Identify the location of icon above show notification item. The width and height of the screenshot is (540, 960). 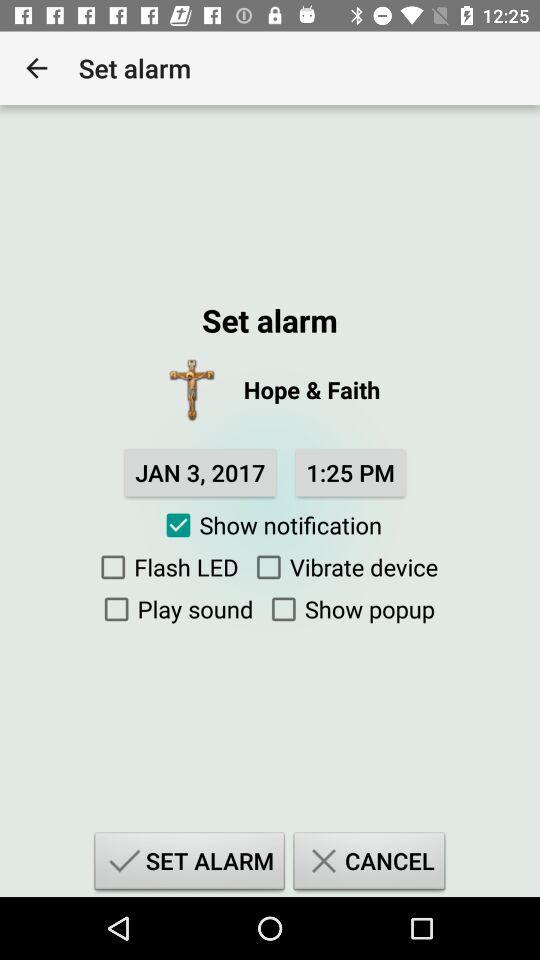
(200, 472).